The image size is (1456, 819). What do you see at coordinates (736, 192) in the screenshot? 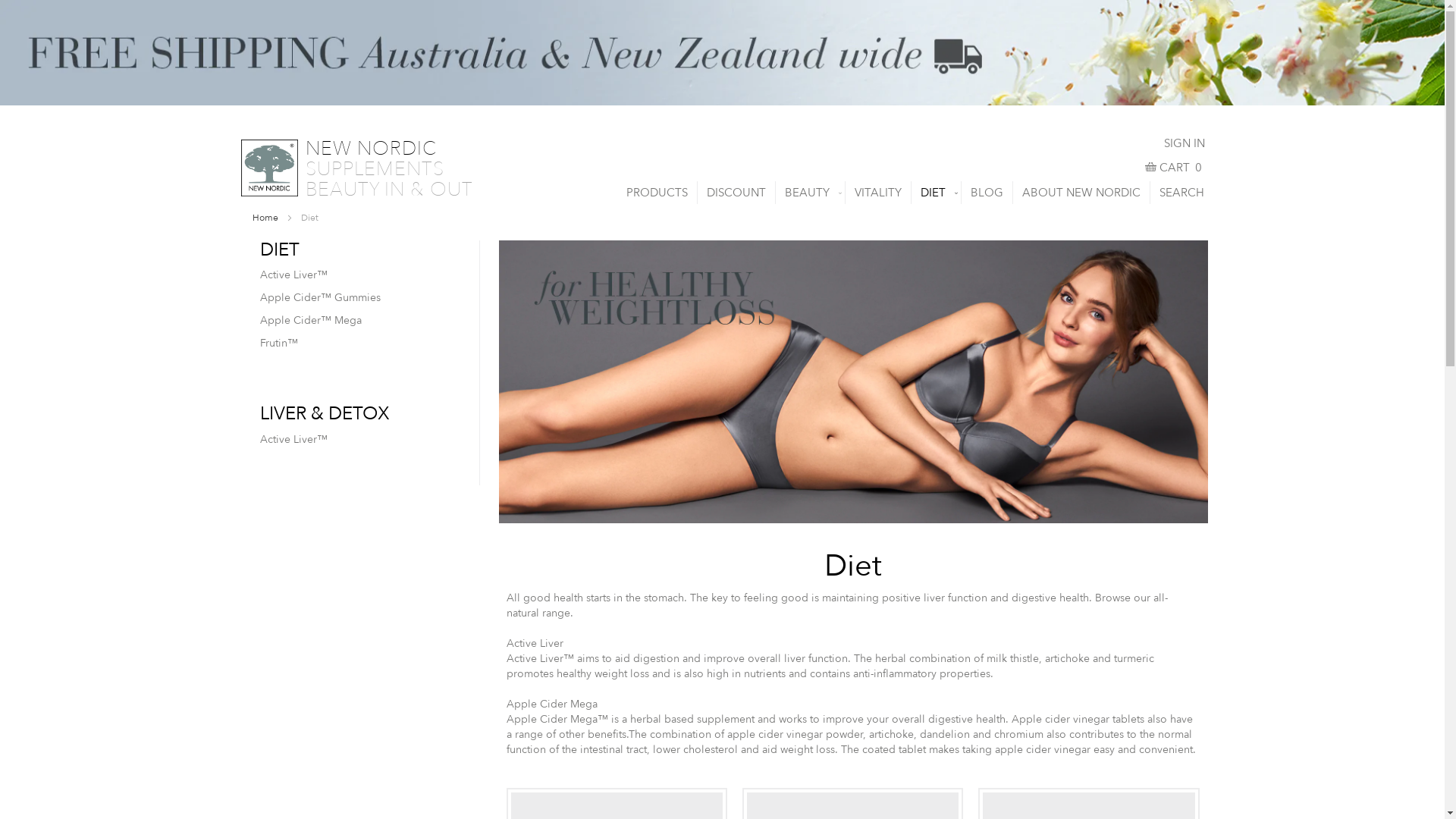
I see `'DISCOUNT'` at bounding box center [736, 192].